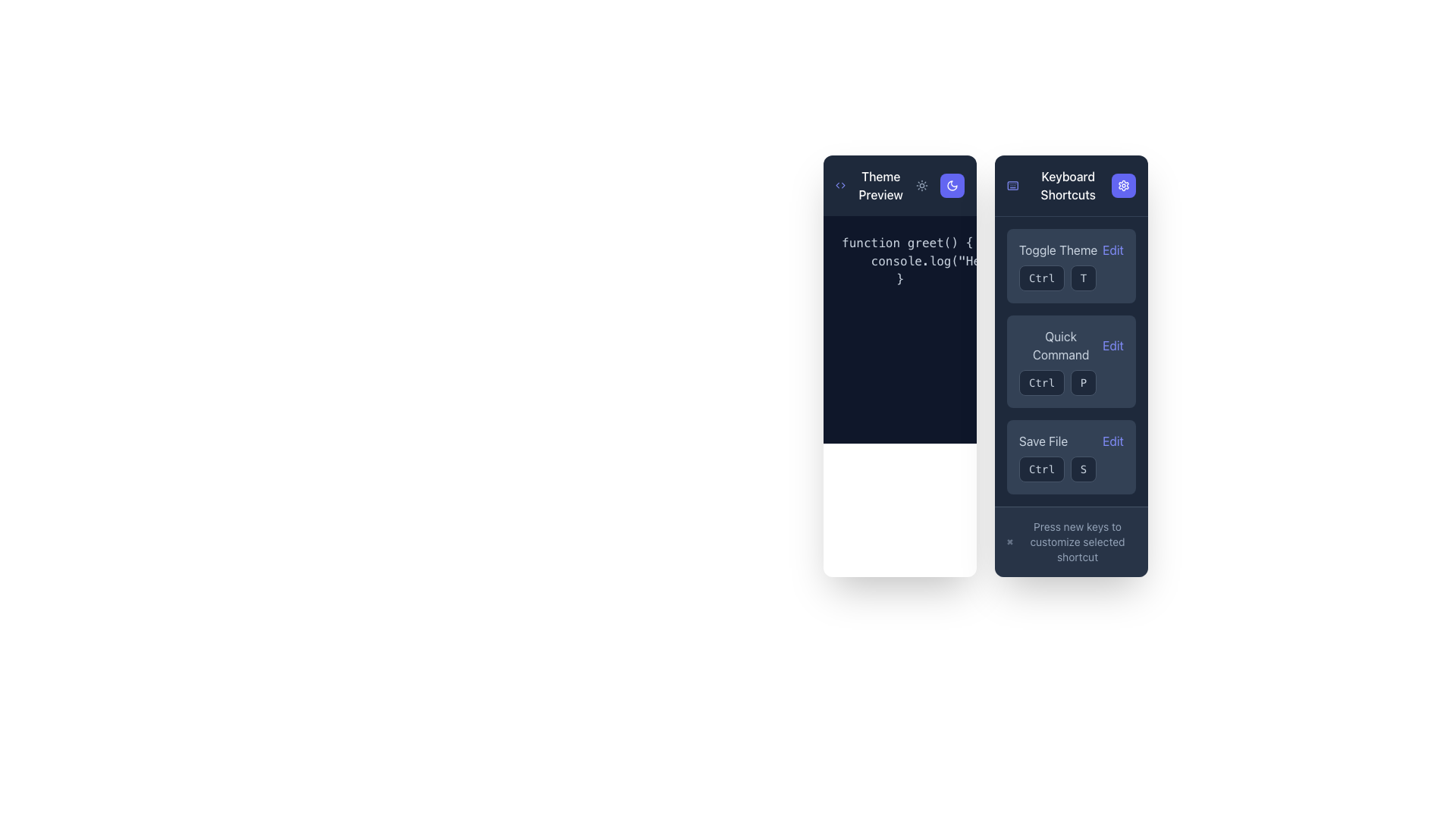 The width and height of the screenshot is (1456, 819). Describe the element at coordinates (1070, 249) in the screenshot. I see `the 'Edit' hyperlink in the keyboard shortcut settings located at the top of the list in the settings panel on the right-hand side of the interface to modify the setting` at that location.